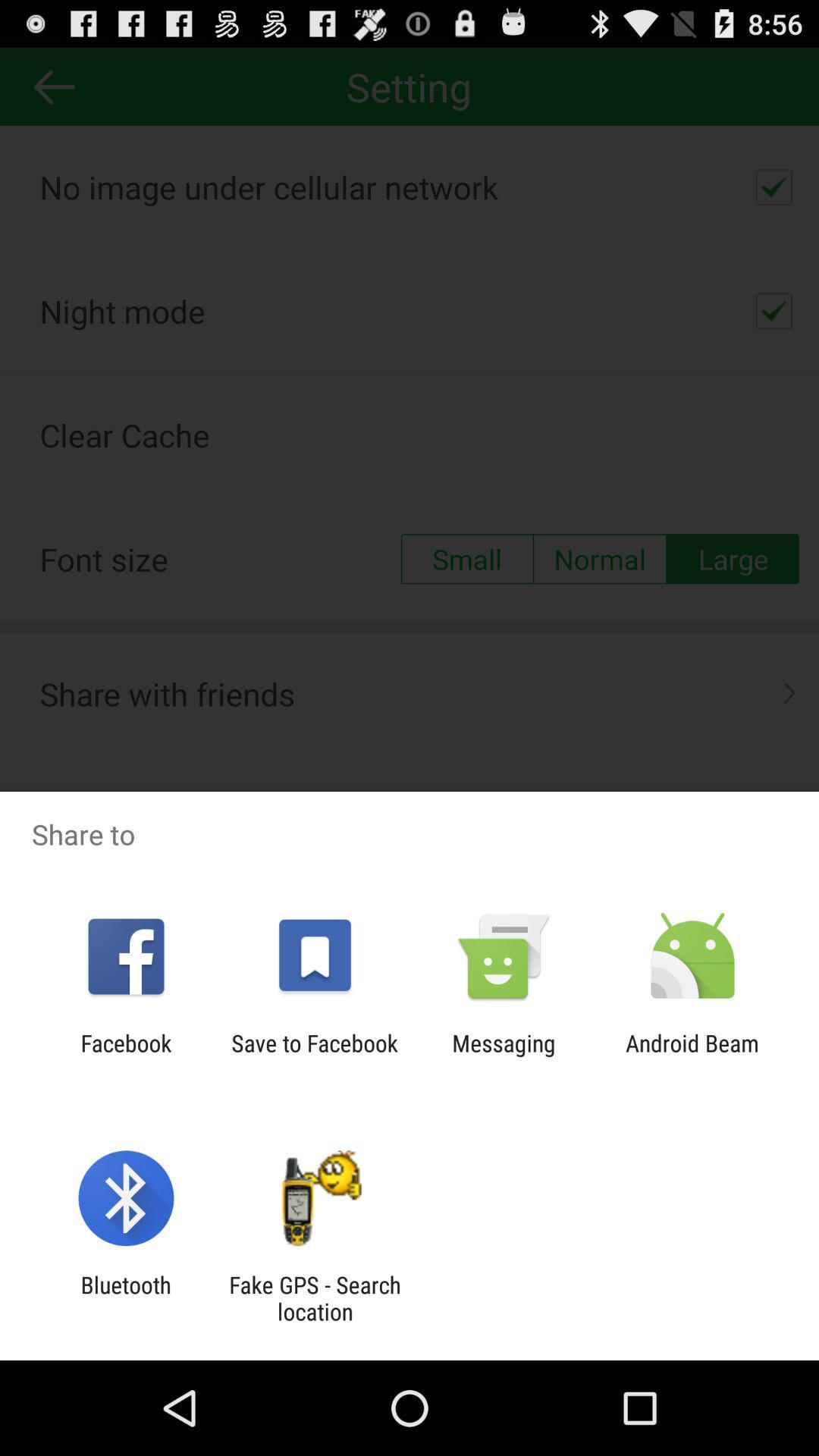  Describe the element at coordinates (692, 1056) in the screenshot. I see `the icon to the right of messaging app` at that location.